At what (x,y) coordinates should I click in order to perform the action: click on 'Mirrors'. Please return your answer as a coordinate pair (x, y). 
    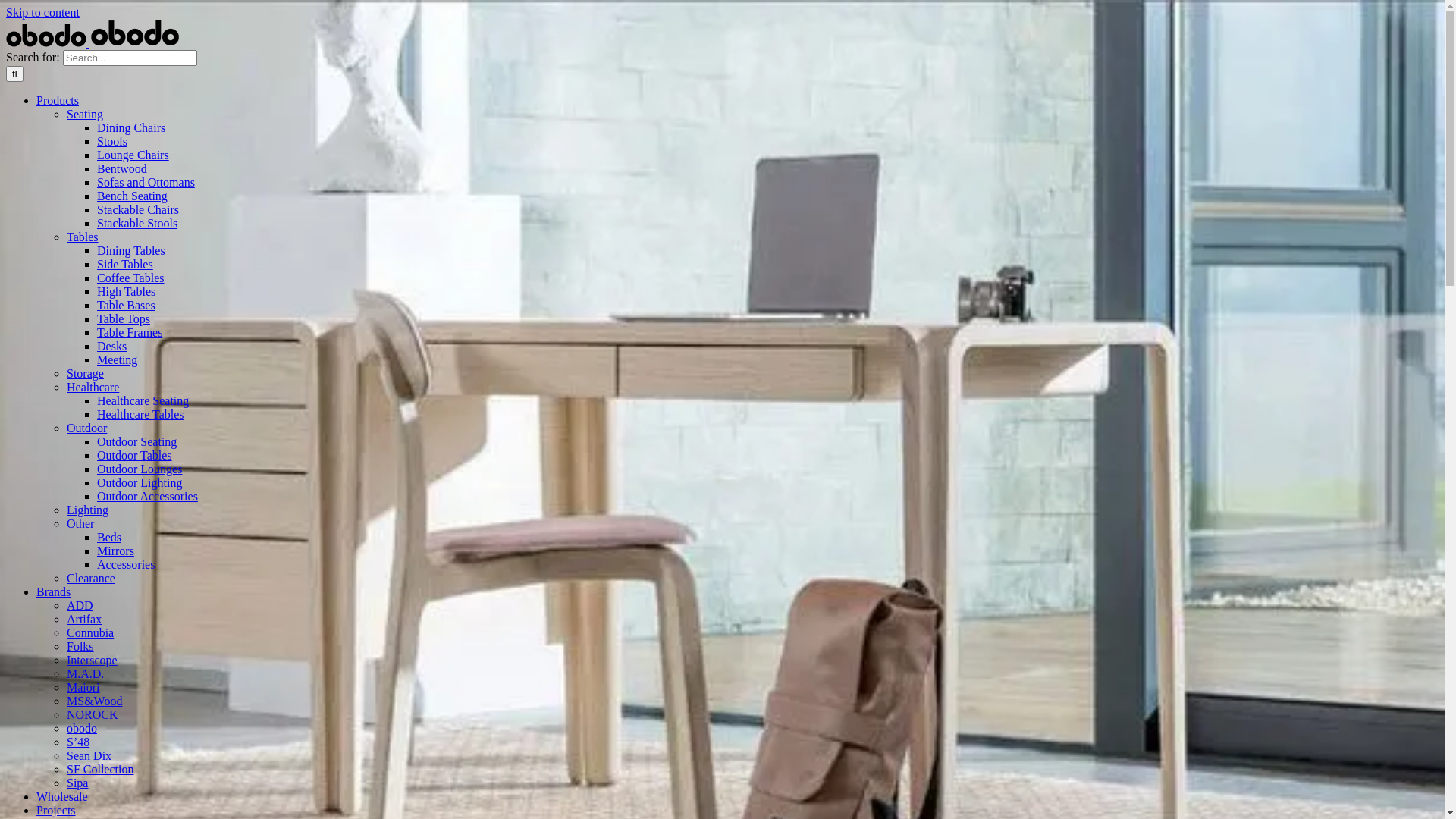
    Looking at the image, I should click on (115, 551).